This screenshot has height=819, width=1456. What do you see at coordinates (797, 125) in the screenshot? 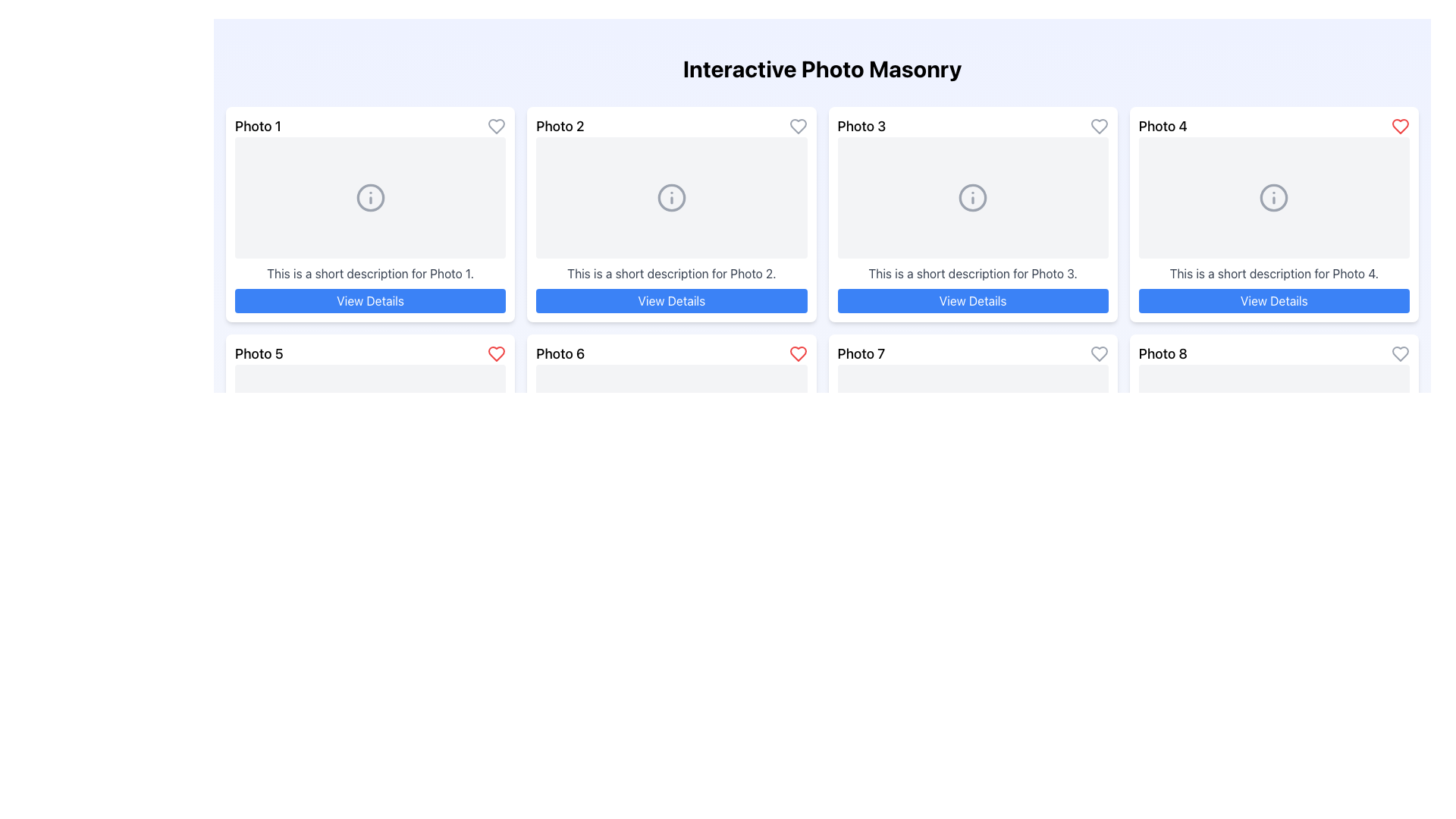
I see `the heart-shaped icon in the top-right corner of the card labeled 'Photo 2'` at bounding box center [797, 125].